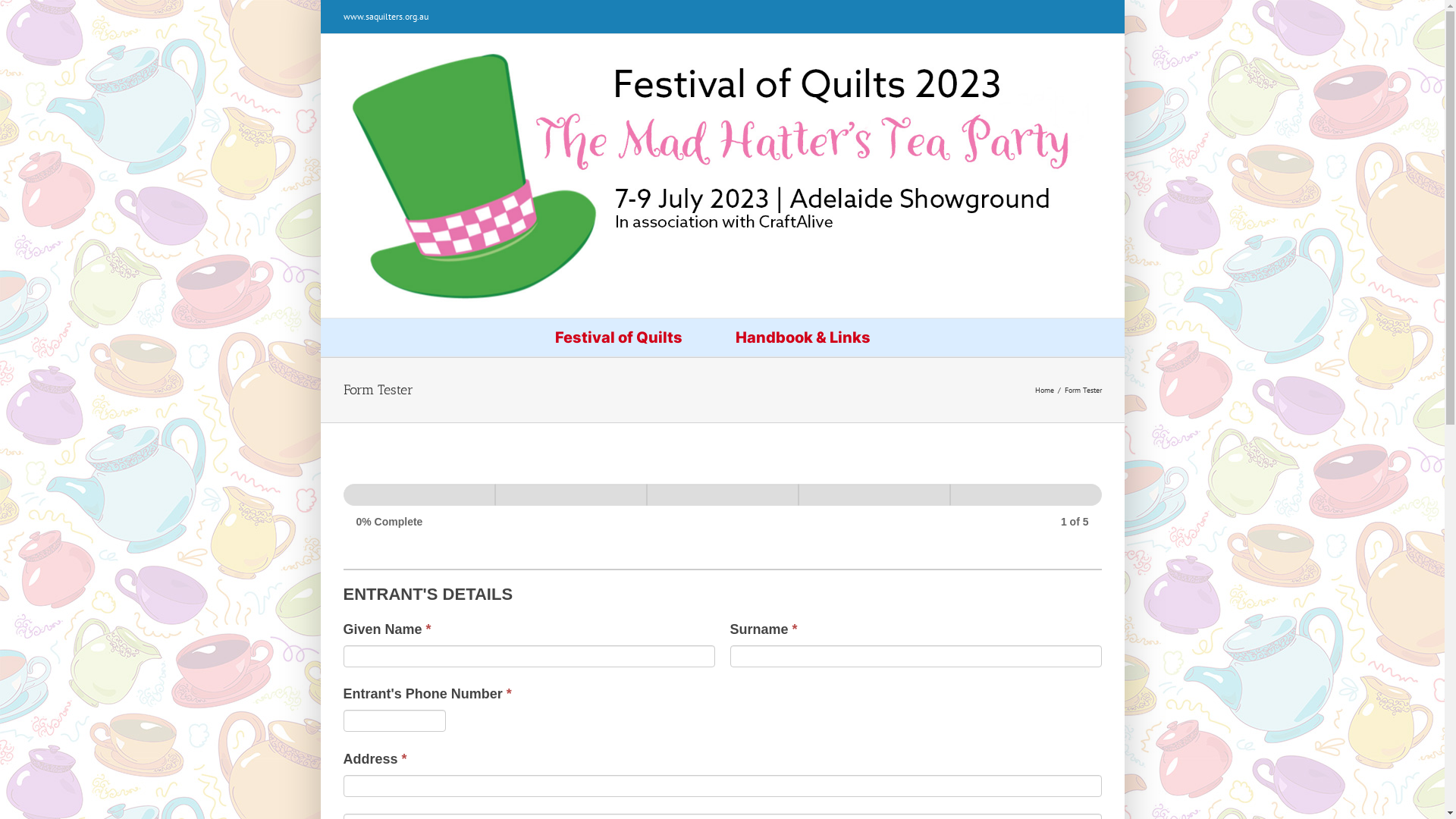  Describe the element at coordinates (718, 336) in the screenshot. I see `'Handbook & Links'` at that location.